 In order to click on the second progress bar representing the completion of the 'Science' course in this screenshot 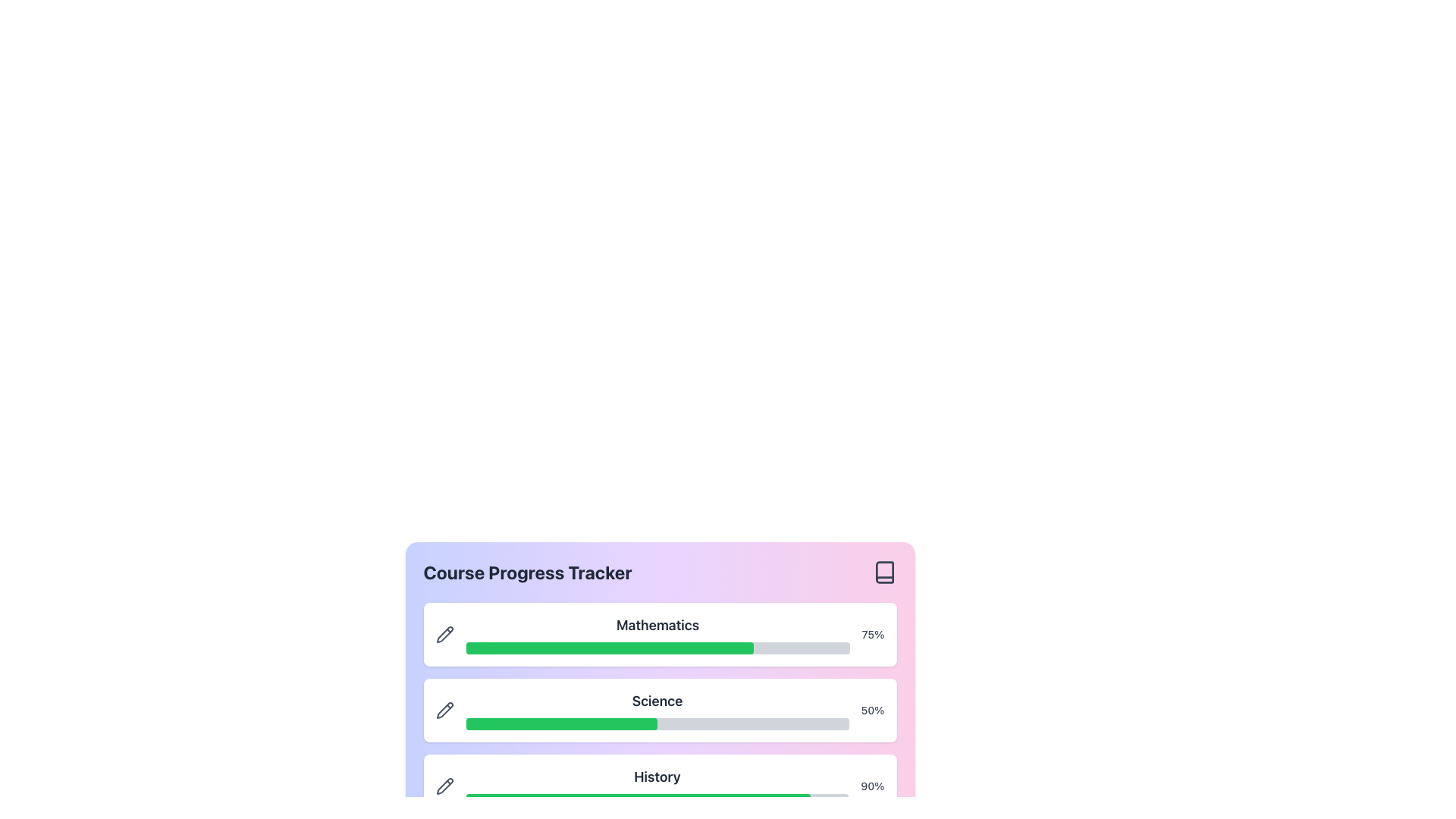, I will do `click(660, 711)`.